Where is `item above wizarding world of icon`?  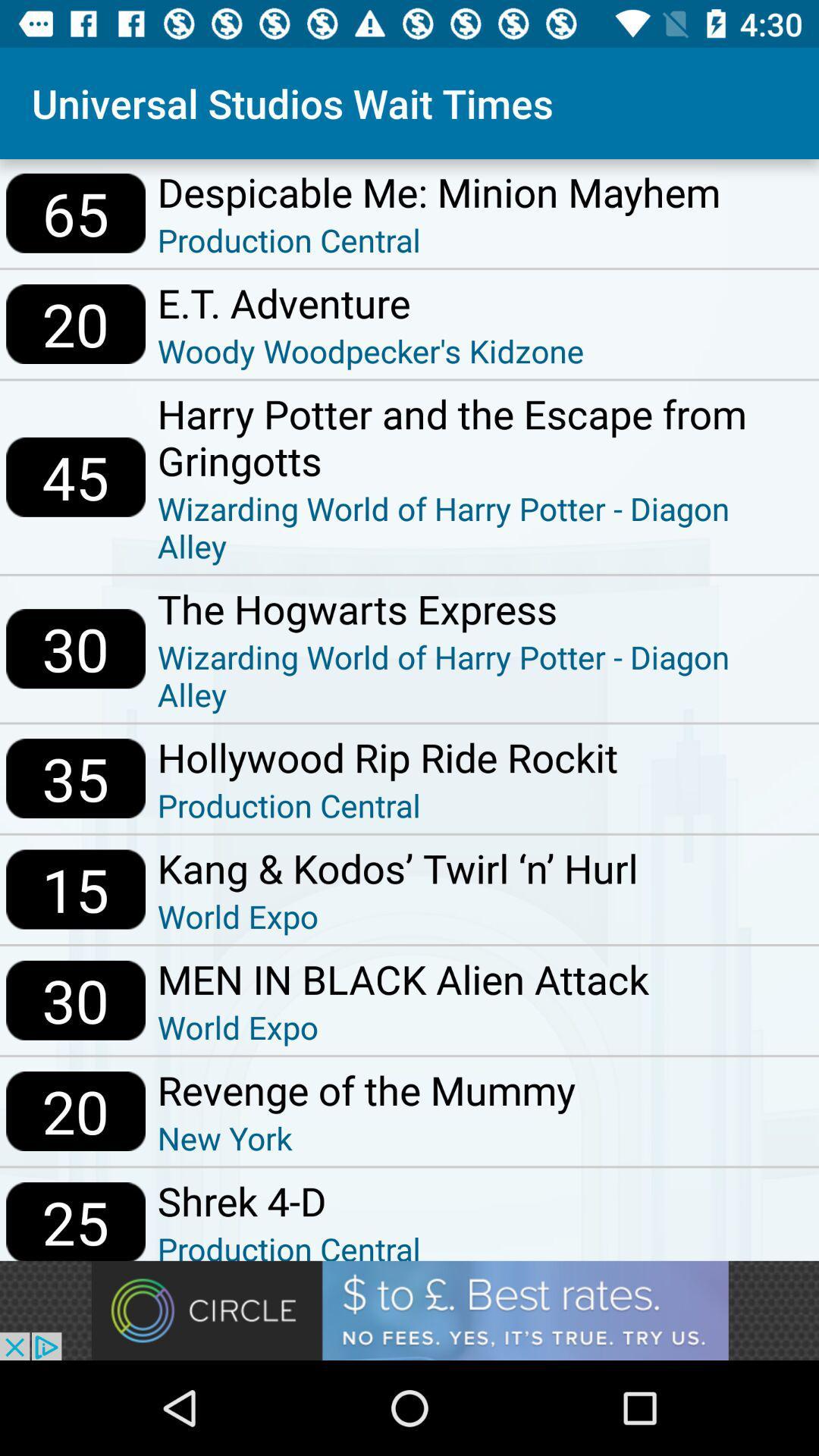 item above wizarding world of icon is located at coordinates (482, 608).